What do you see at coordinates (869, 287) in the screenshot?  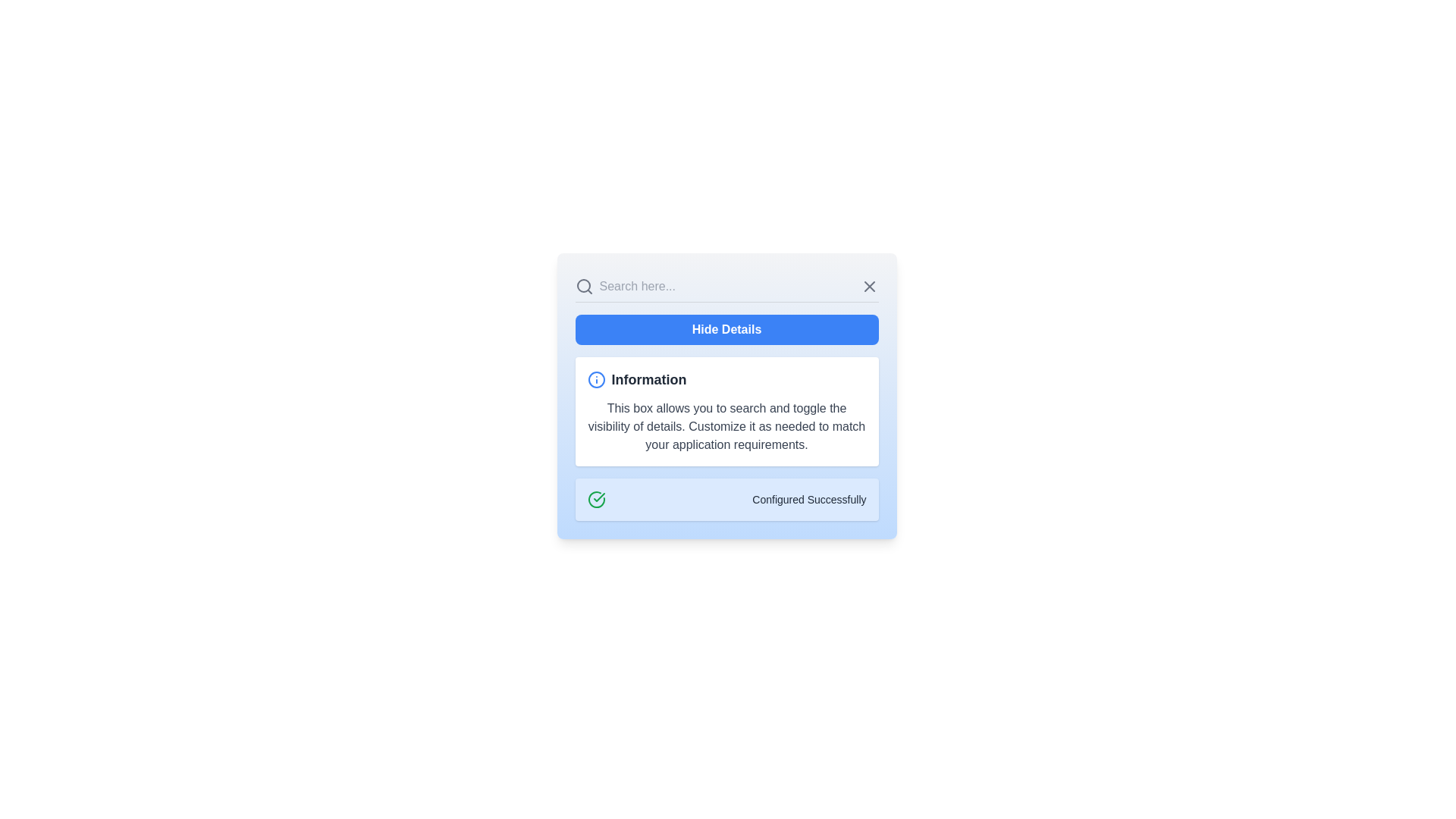 I see `the 'Close' button represented by an 'X' mark at the far right end of the header section` at bounding box center [869, 287].